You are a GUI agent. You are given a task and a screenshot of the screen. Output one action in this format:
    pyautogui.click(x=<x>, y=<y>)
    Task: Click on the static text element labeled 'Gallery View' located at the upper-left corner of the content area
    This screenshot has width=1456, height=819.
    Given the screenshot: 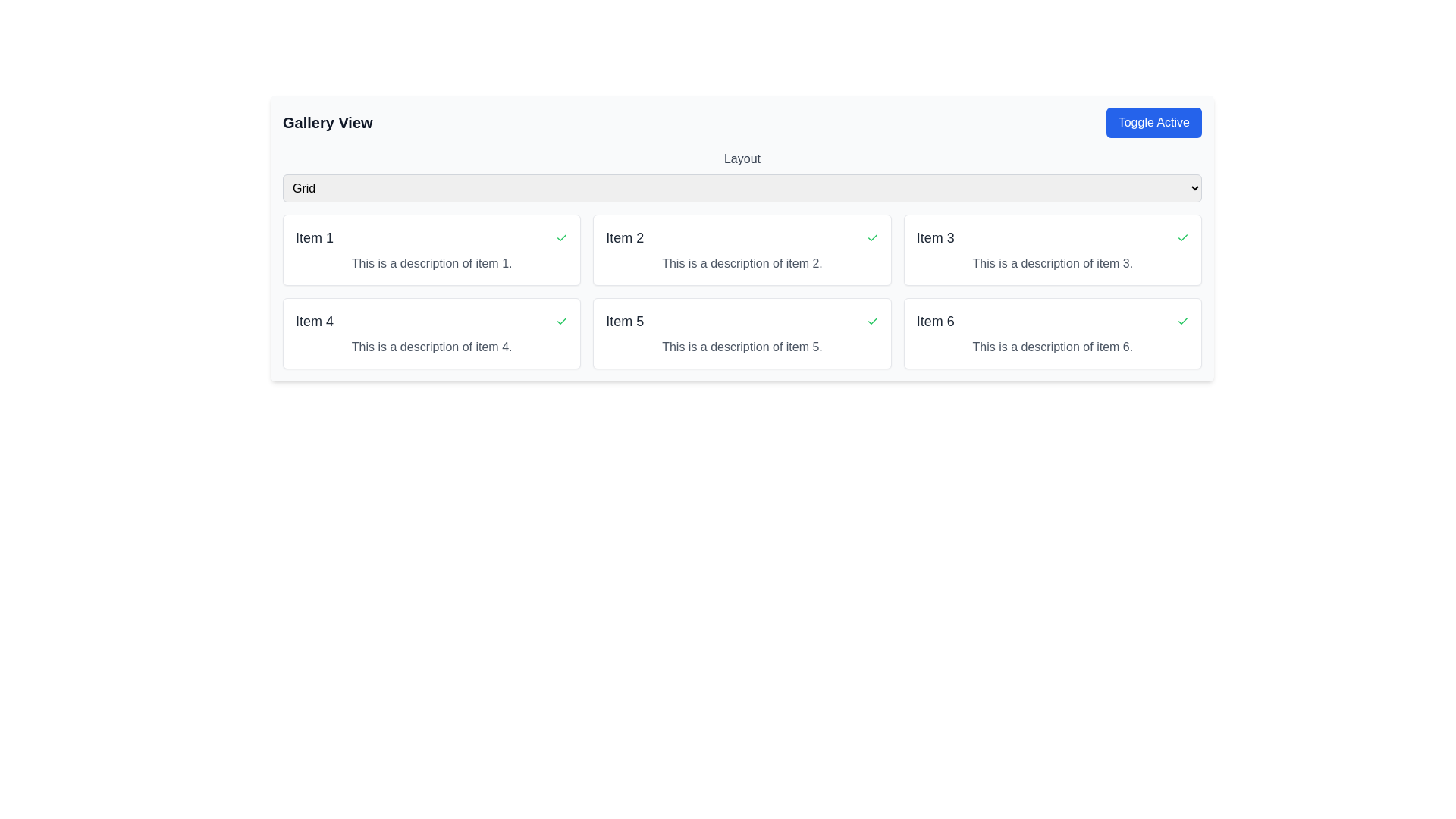 What is the action you would take?
    pyautogui.click(x=327, y=122)
    